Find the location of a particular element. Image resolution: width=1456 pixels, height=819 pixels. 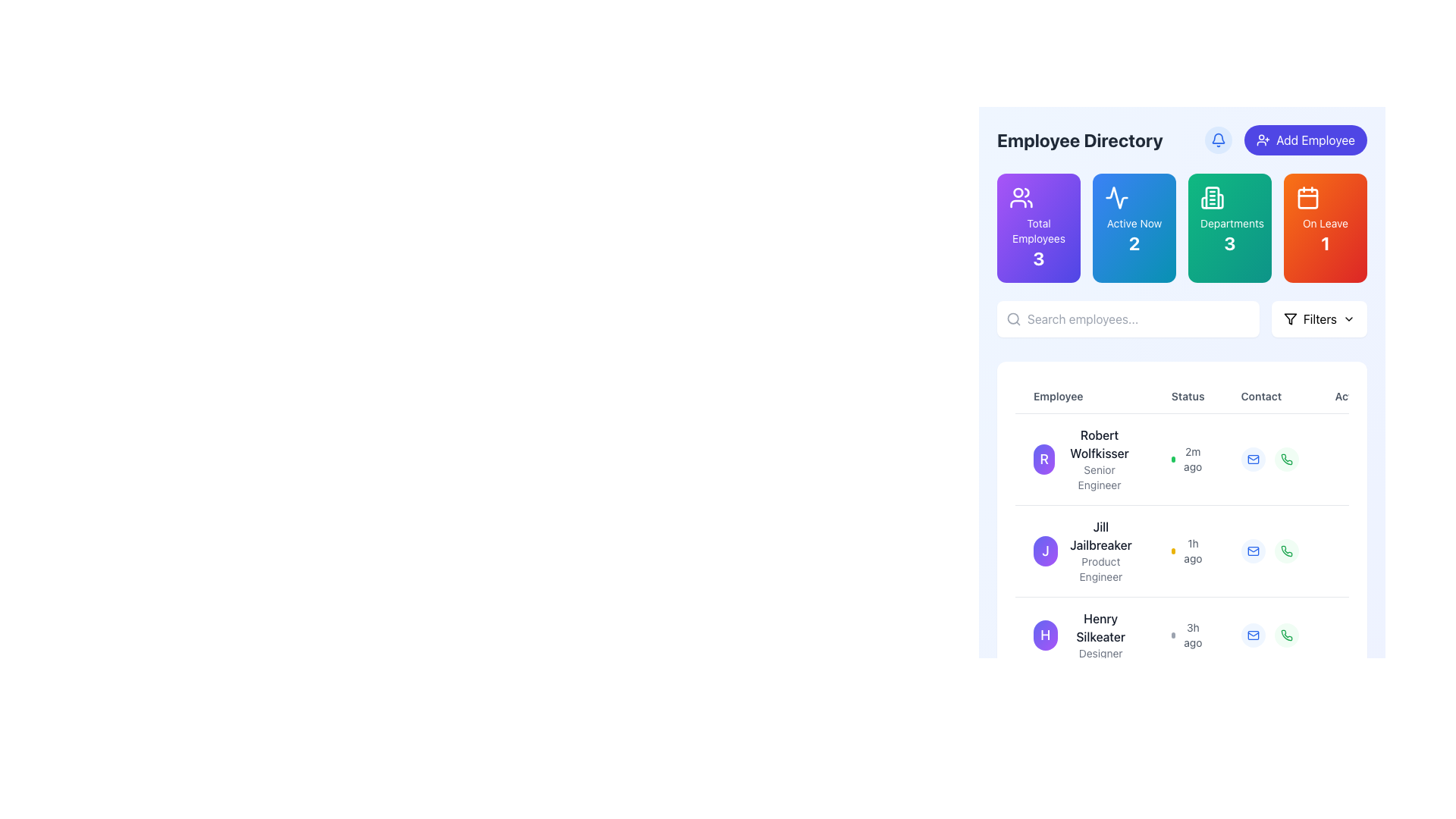

the text label displaying 'Product Engineer' located under the name 'Jill Jailbreaker' in the employee directory is located at coordinates (1100, 570).